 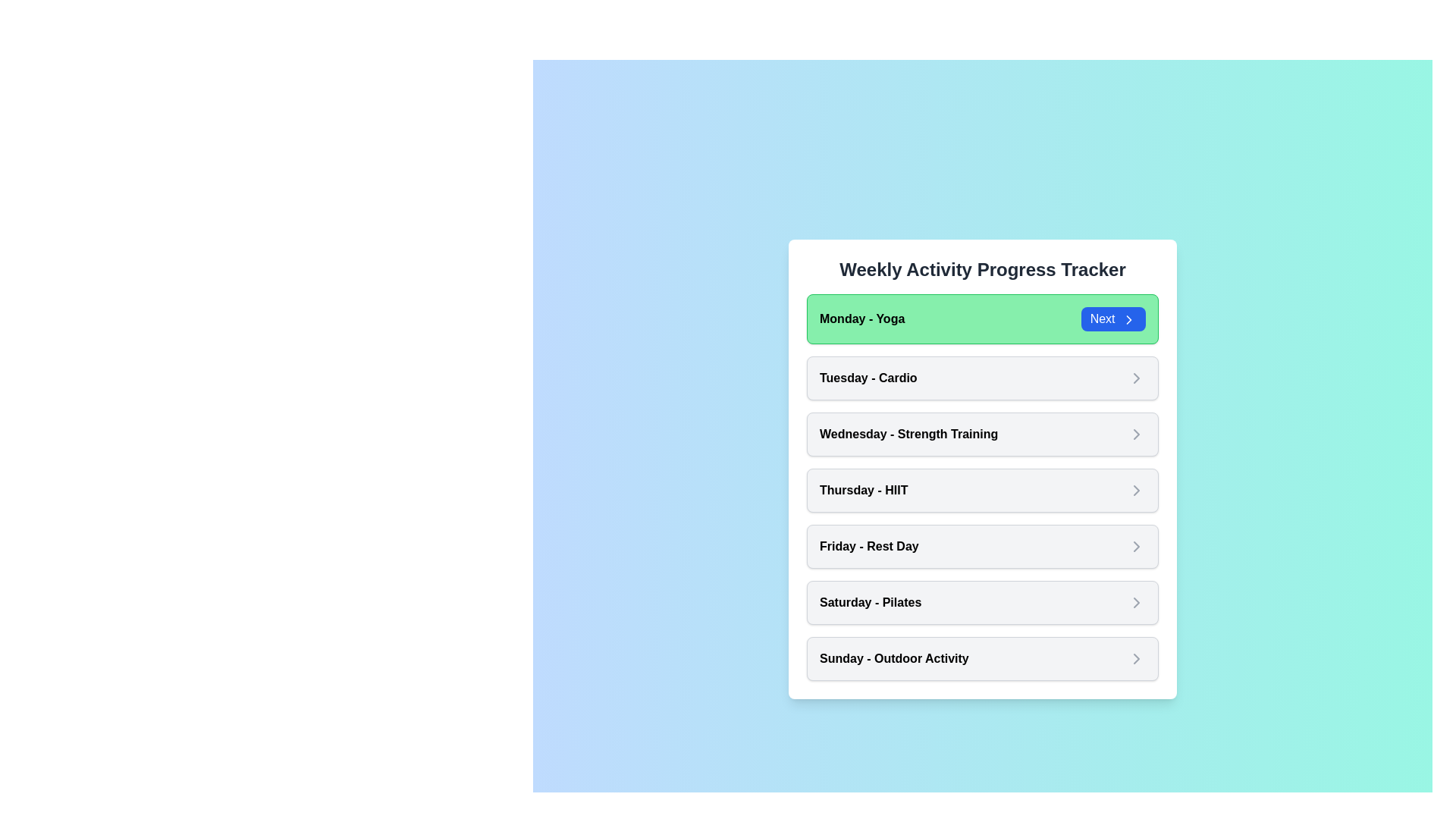 I want to click on the text label that displays 'Tuesday - Cardio', which is part of a vertical list of activities, positioned between 'Monday - Yoga' and 'Wednesday - Strength Training', so click(x=868, y=377).